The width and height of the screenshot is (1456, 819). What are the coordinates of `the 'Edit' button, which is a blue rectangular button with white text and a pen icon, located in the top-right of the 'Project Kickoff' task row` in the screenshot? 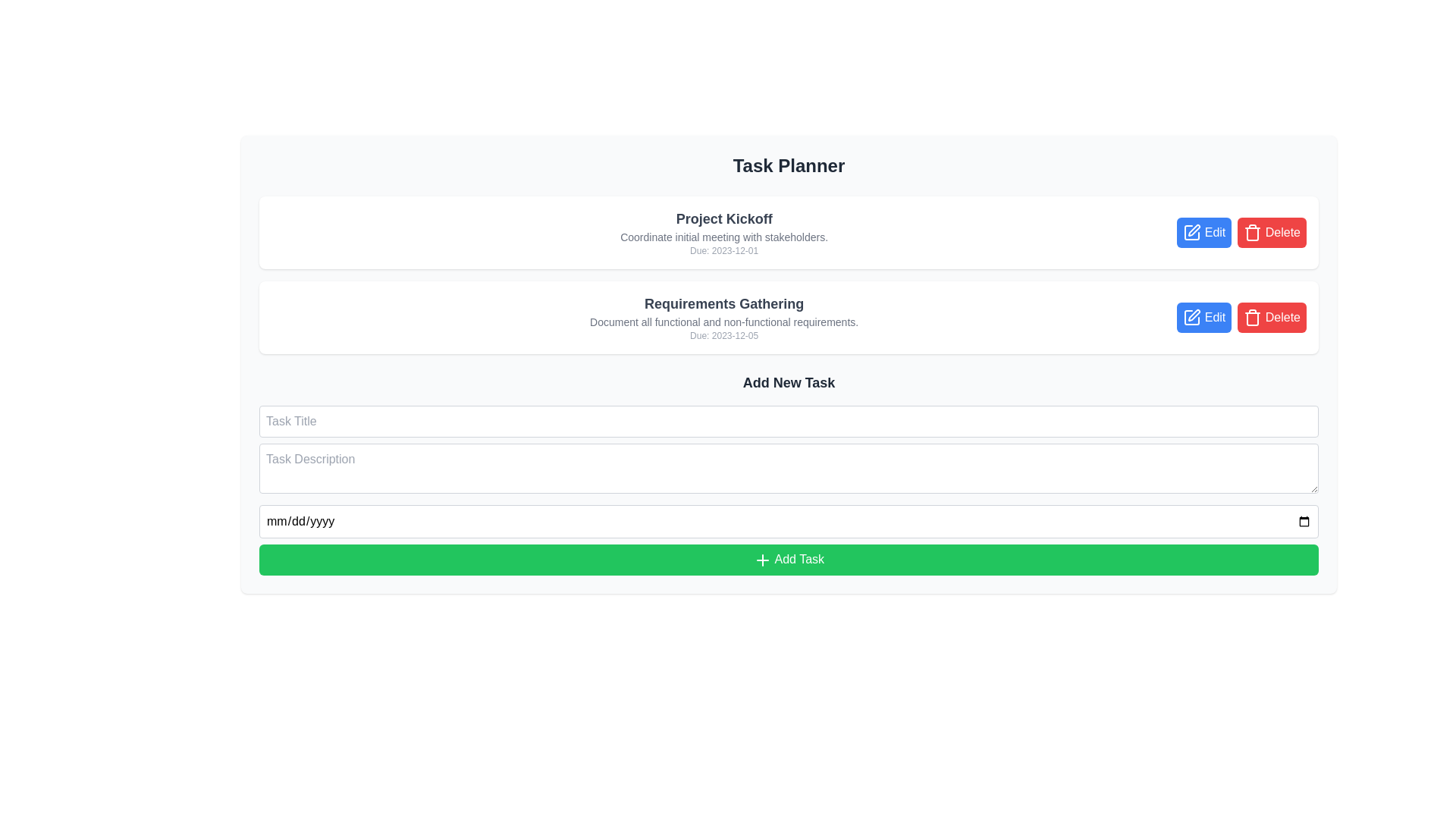 It's located at (1203, 233).